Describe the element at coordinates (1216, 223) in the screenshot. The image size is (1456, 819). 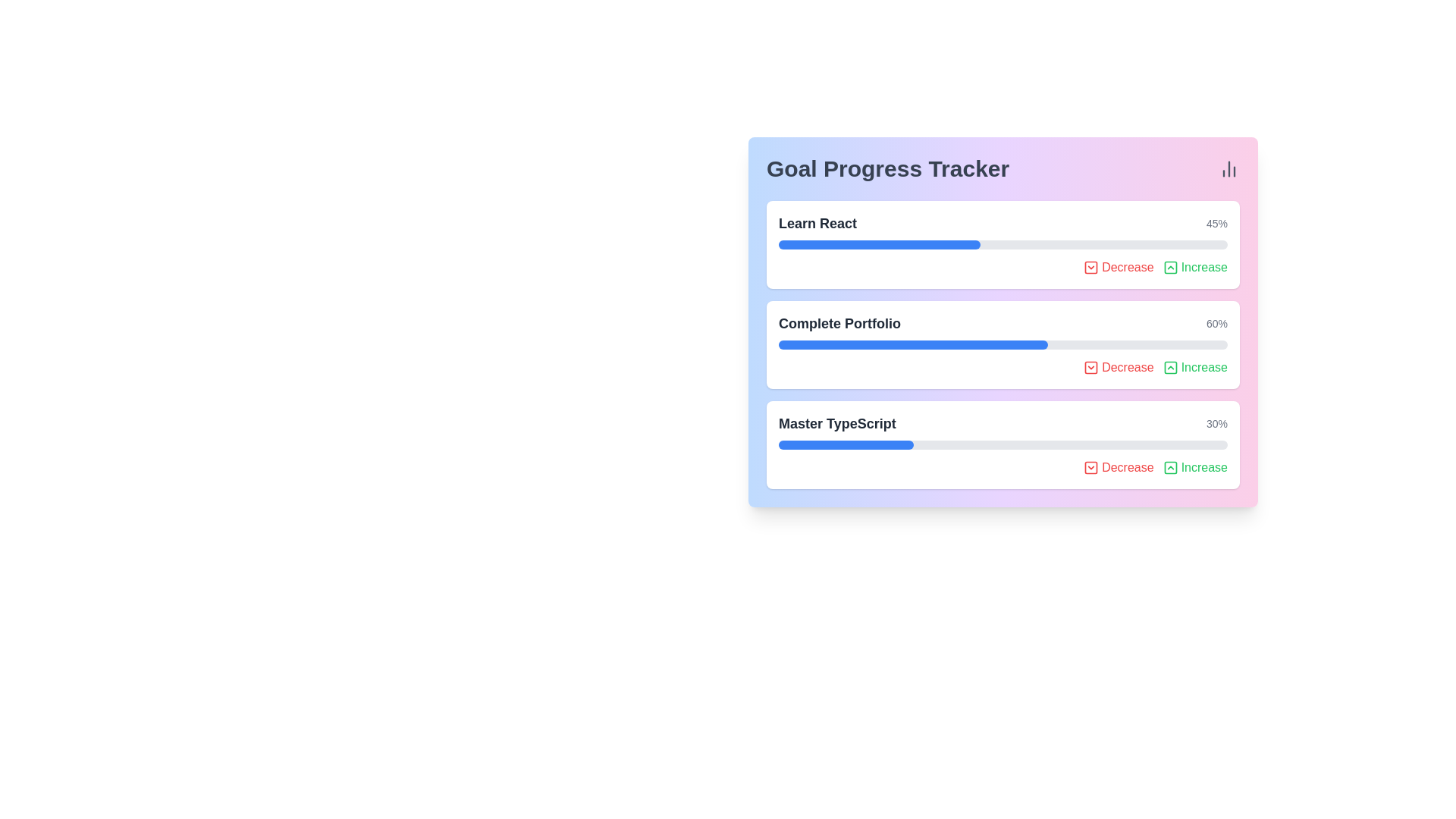
I see `the text label displaying '45%' in gray color, positioned to the right of 'Learn React' in the goal progress tracker interface` at that location.